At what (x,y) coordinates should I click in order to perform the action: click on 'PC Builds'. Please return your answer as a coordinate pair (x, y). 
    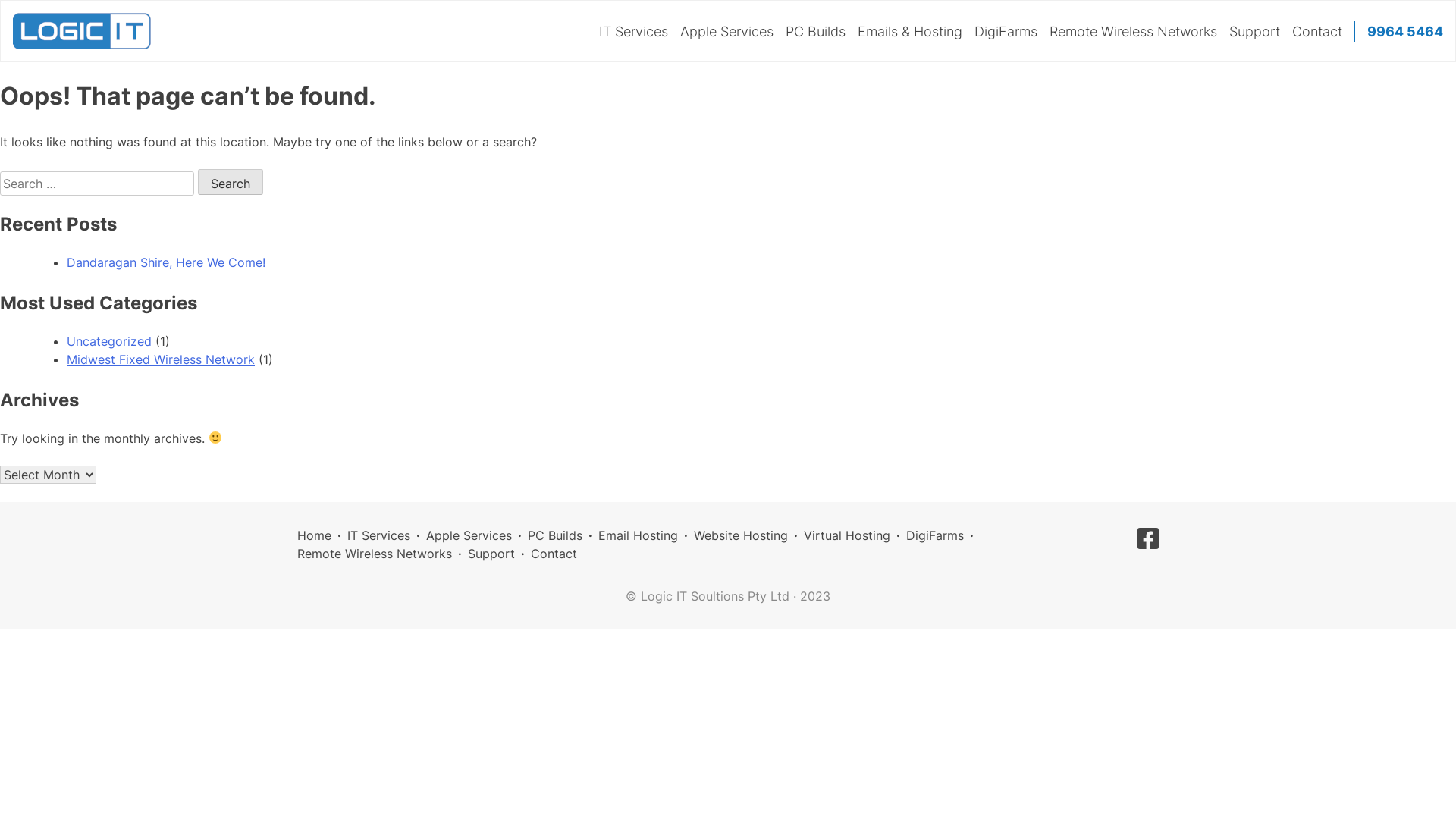
    Looking at the image, I should click on (554, 534).